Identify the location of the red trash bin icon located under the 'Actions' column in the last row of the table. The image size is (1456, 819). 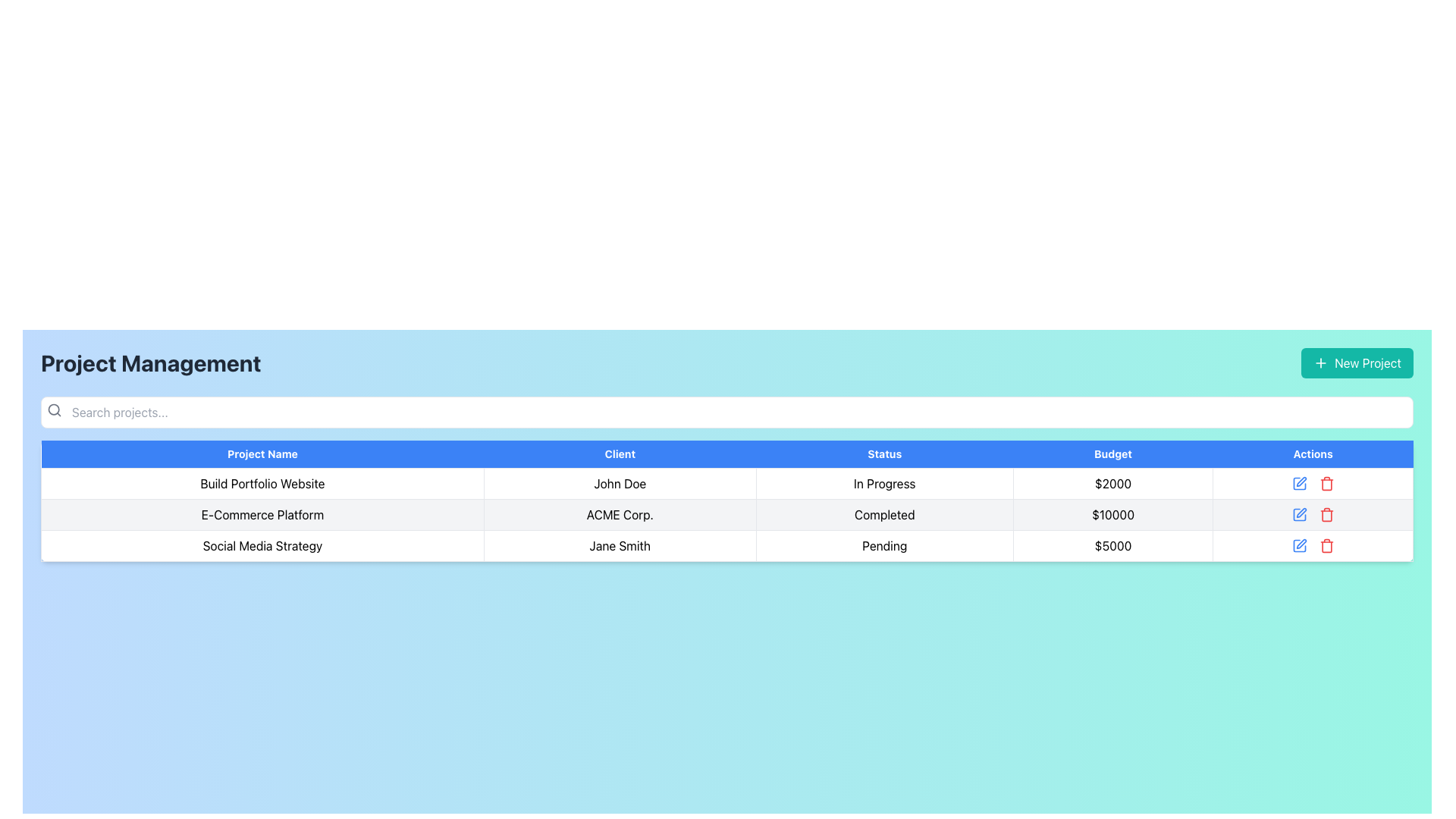
(1326, 483).